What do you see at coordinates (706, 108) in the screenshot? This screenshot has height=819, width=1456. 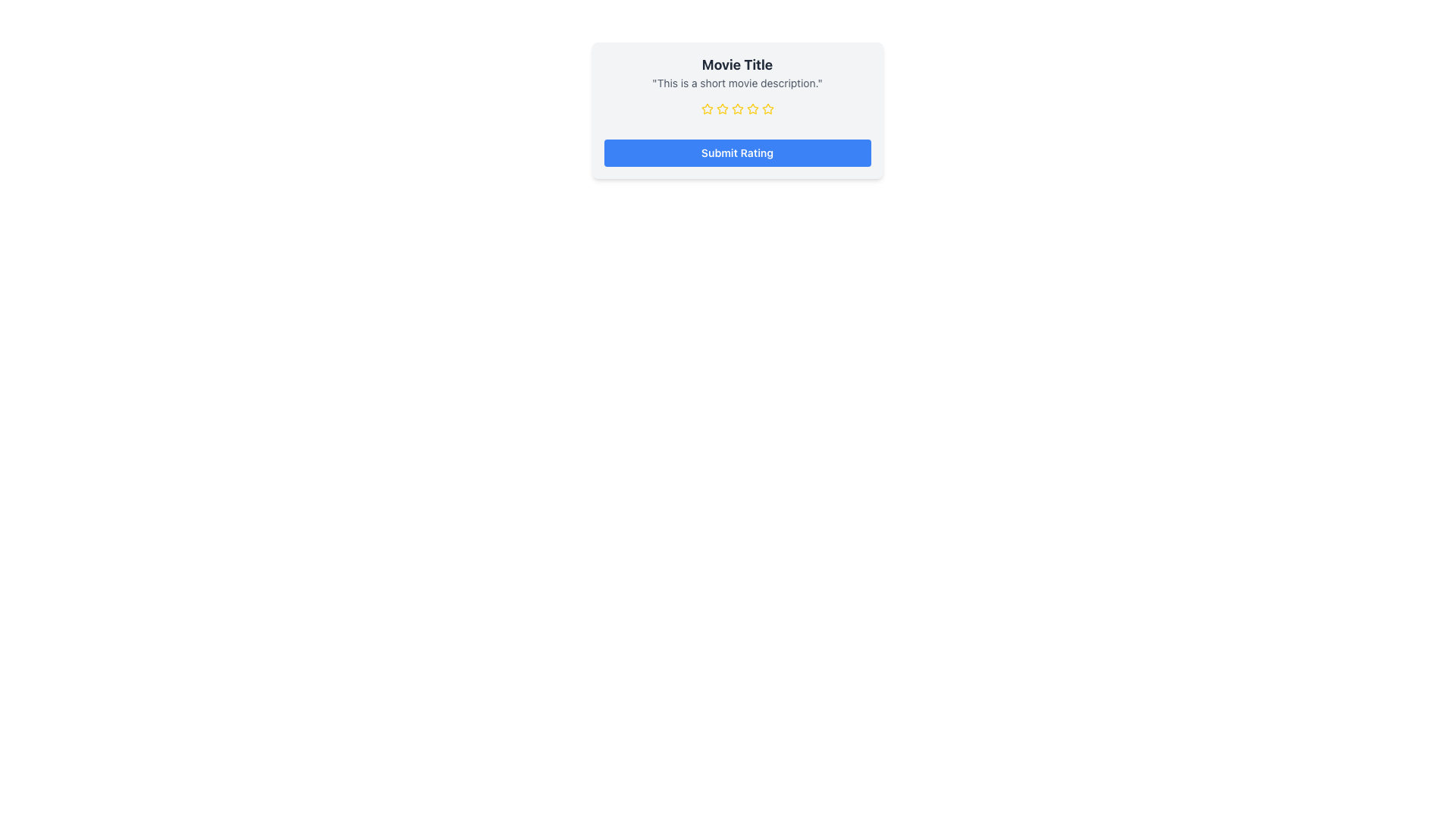 I see `the second yellow star icon` at bounding box center [706, 108].